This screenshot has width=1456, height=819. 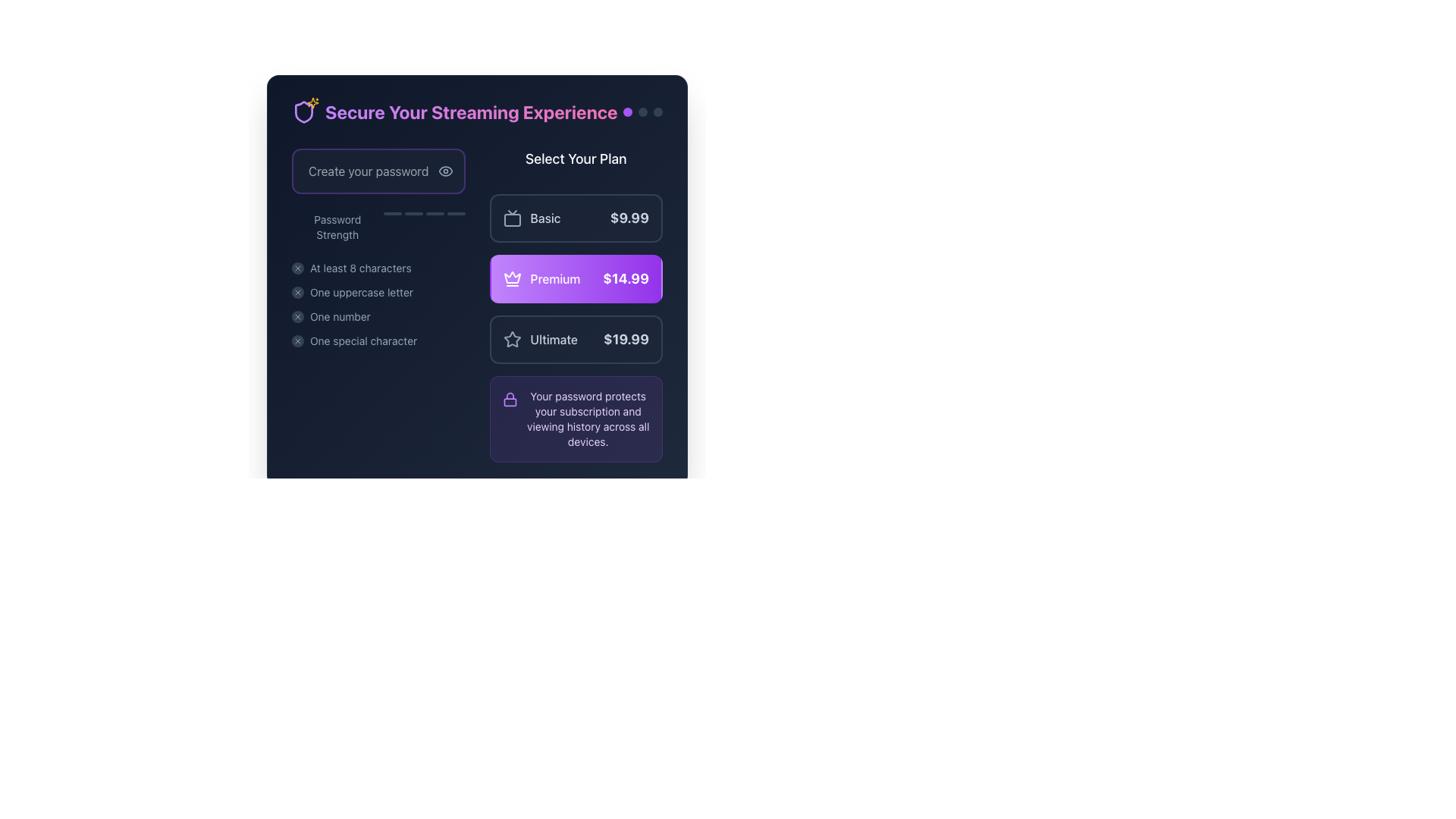 What do you see at coordinates (512, 278) in the screenshot?
I see `the 'Premium' plan icon` at bounding box center [512, 278].